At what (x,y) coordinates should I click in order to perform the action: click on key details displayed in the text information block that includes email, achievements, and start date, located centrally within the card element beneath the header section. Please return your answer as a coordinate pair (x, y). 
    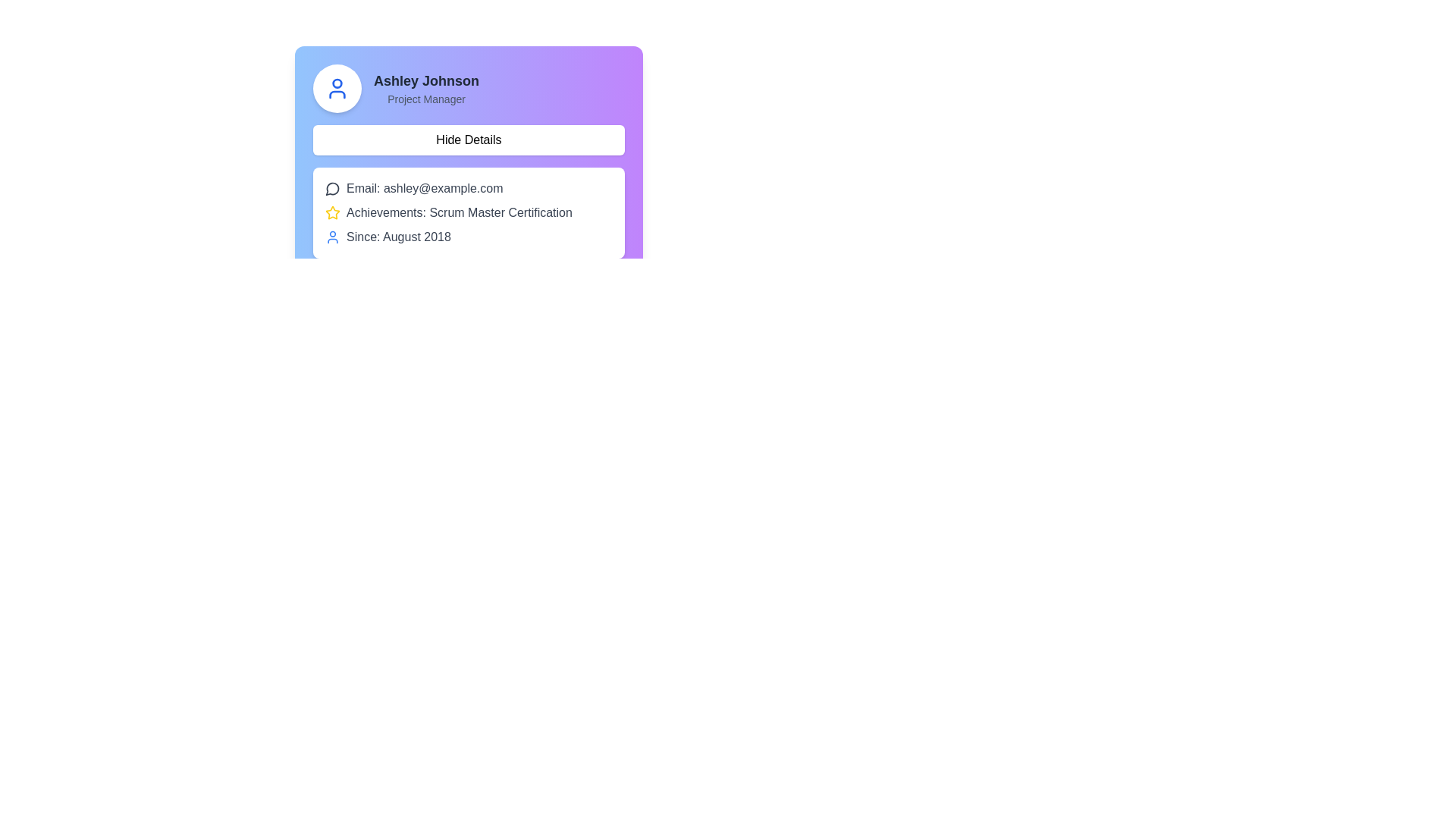
    Looking at the image, I should click on (468, 213).